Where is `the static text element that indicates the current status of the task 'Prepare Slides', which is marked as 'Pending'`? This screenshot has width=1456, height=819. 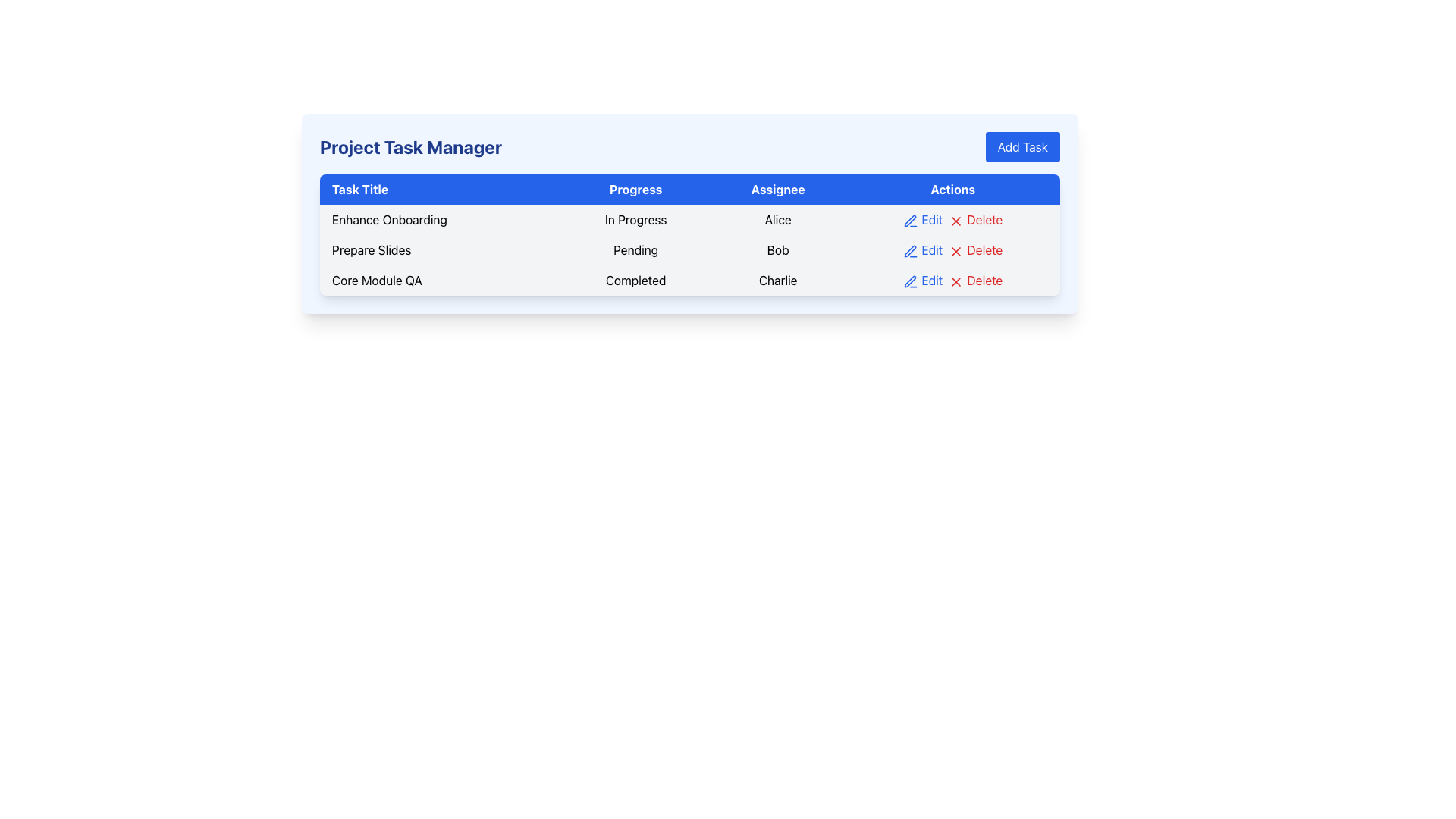
the static text element that indicates the current status of the task 'Prepare Slides', which is marked as 'Pending' is located at coordinates (635, 249).